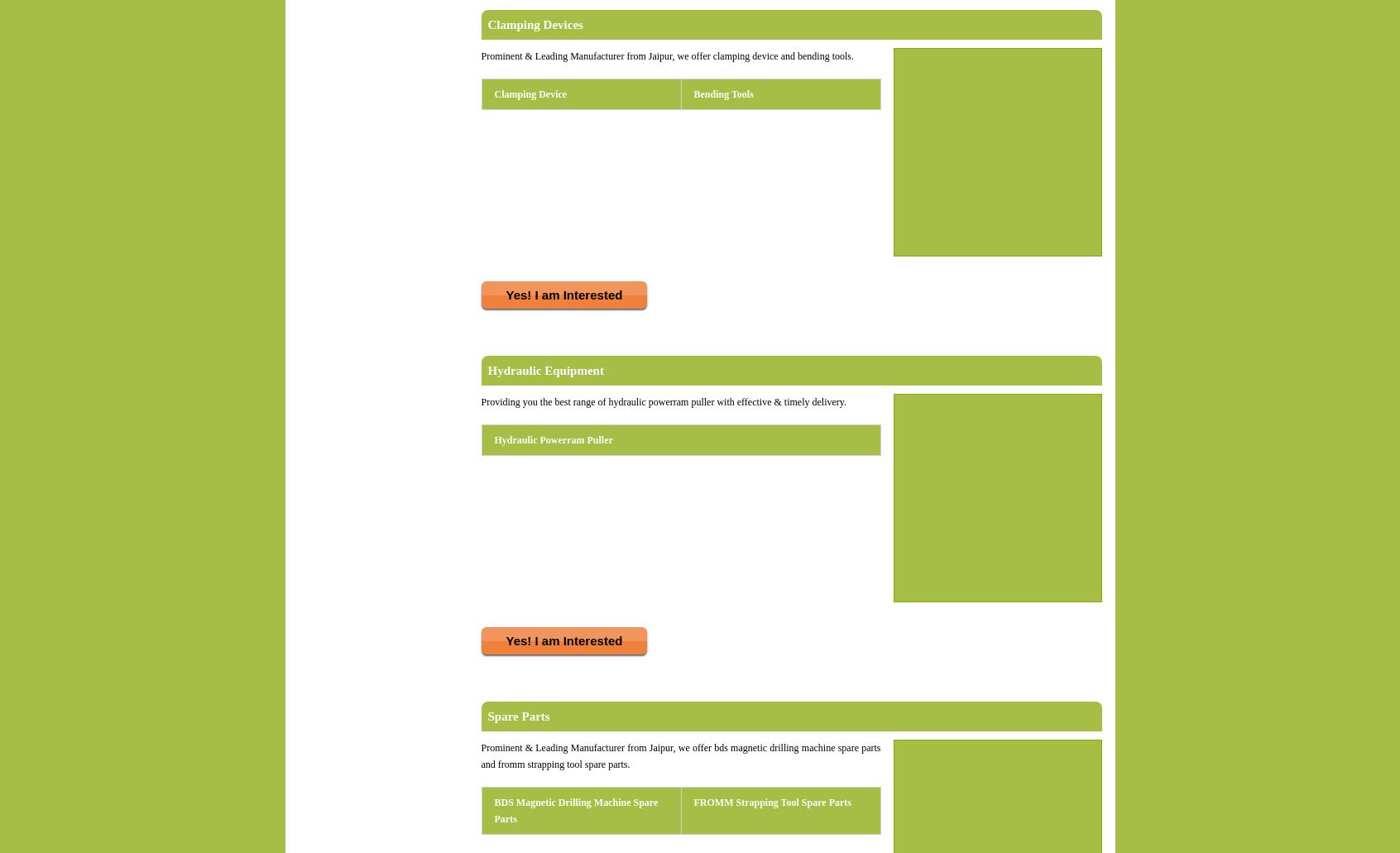  I want to click on 'Bending Tools', so click(693, 93).